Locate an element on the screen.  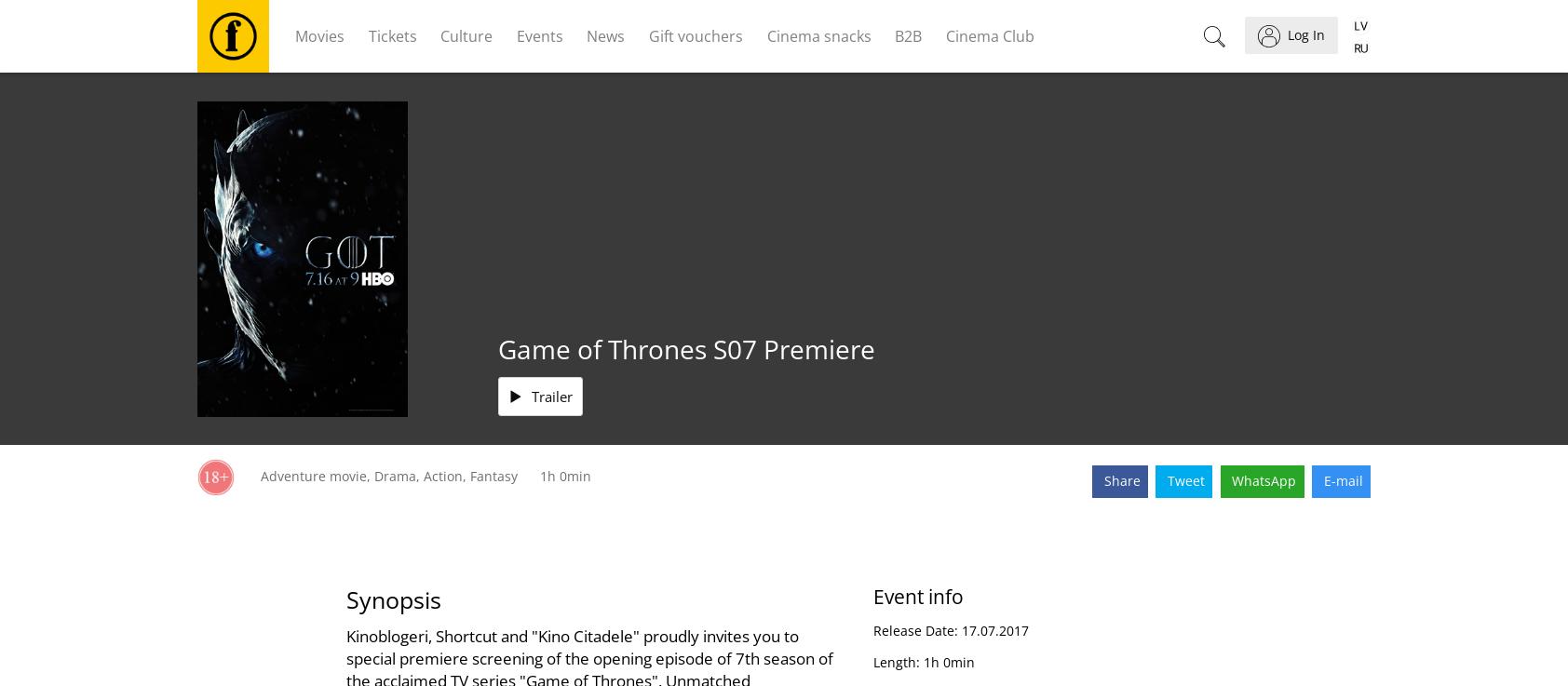
'B2B' is located at coordinates (907, 34).